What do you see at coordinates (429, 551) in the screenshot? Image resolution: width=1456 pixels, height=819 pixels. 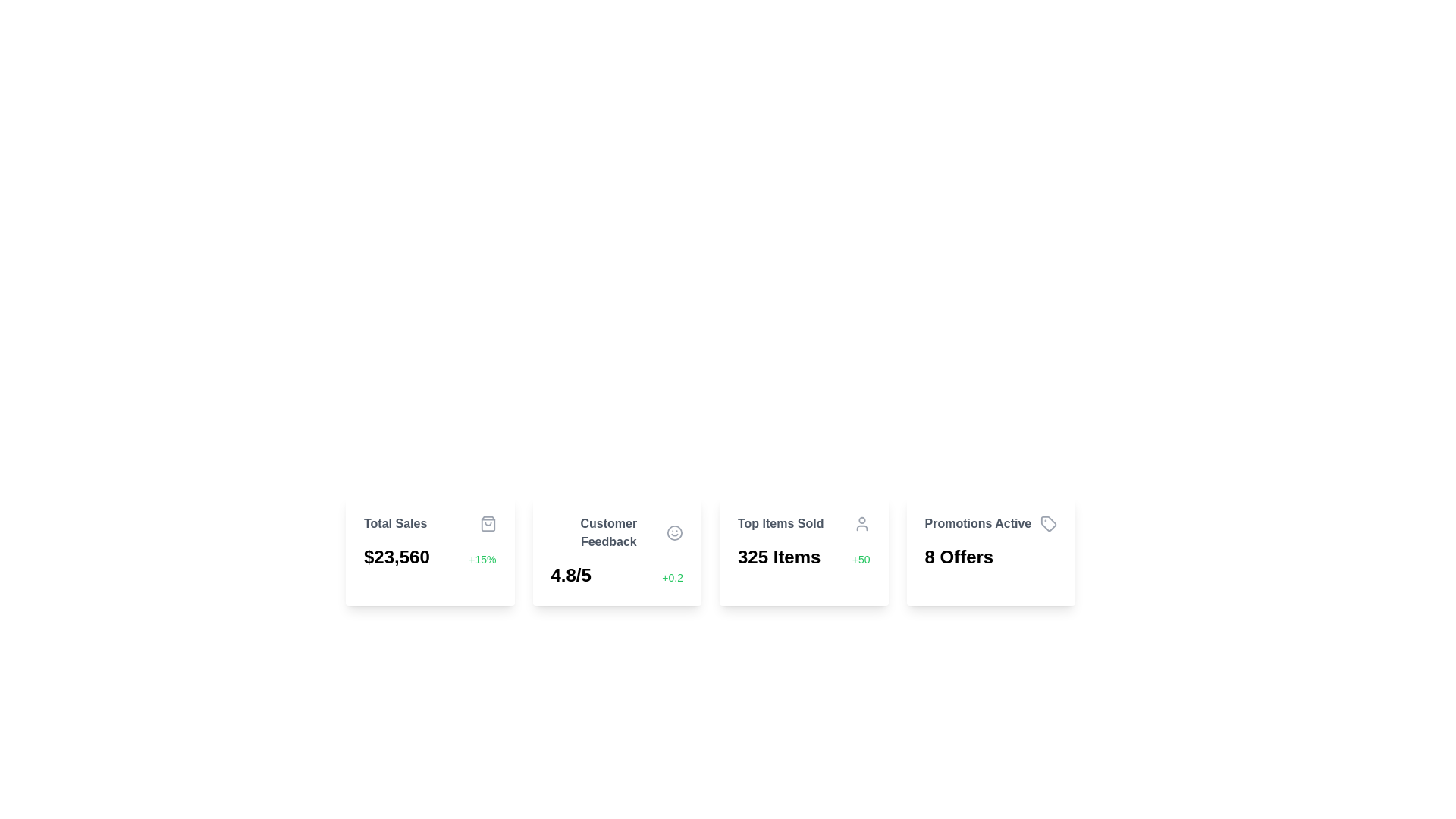 I see `the details displayed in the Informational Card that summarizes total sales, located at the top-left corner of the row of cards` at bounding box center [429, 551].